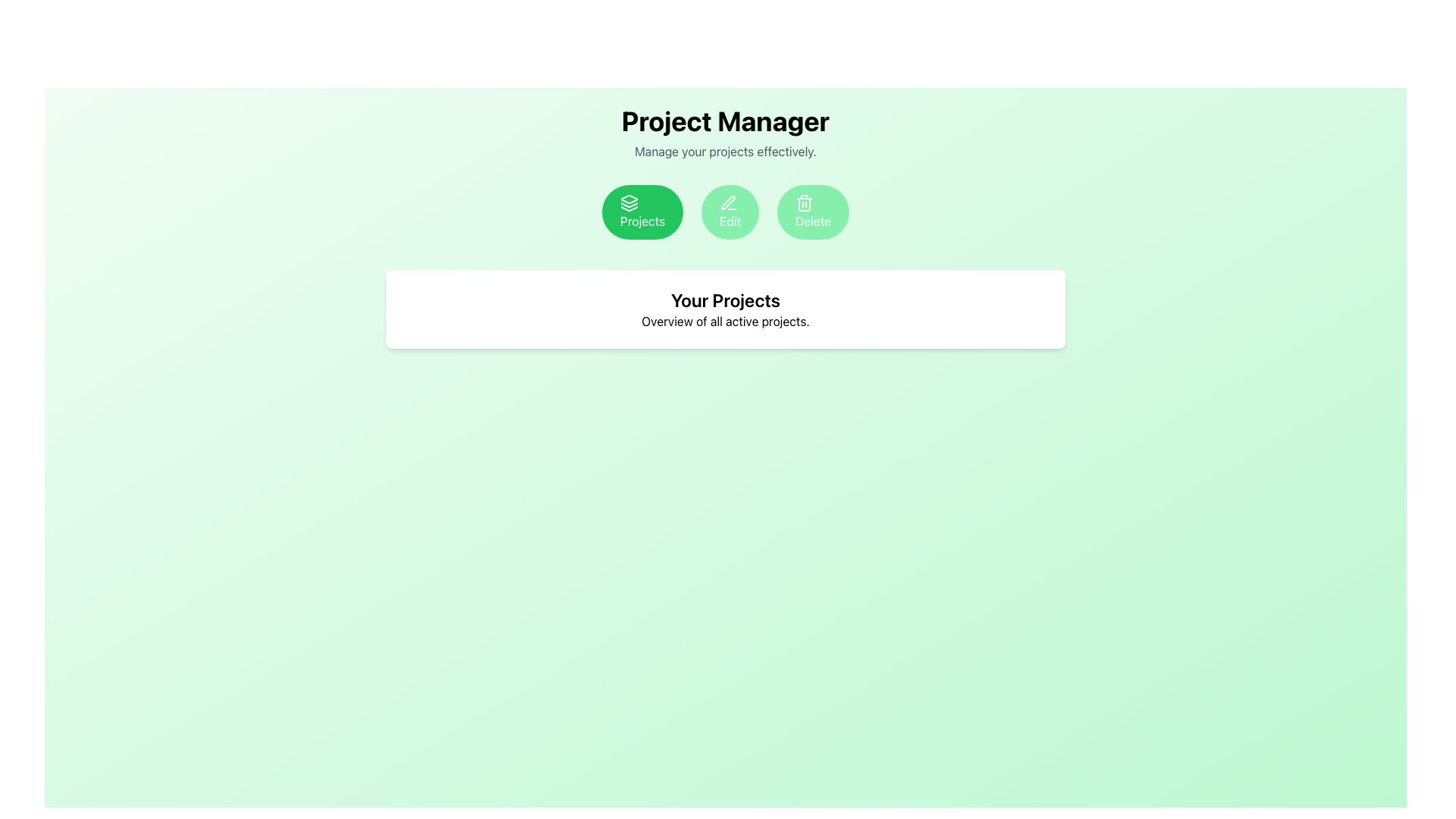 The width and height of the screenshot is (1456, 819). What do you see at coordinates (724, 152) in the screenshot?
I see `the descriptive subtitle text located centrally below the 'Project Manager' heading, which provides additional information about the application's purpose` at bounding box center [724, 152].